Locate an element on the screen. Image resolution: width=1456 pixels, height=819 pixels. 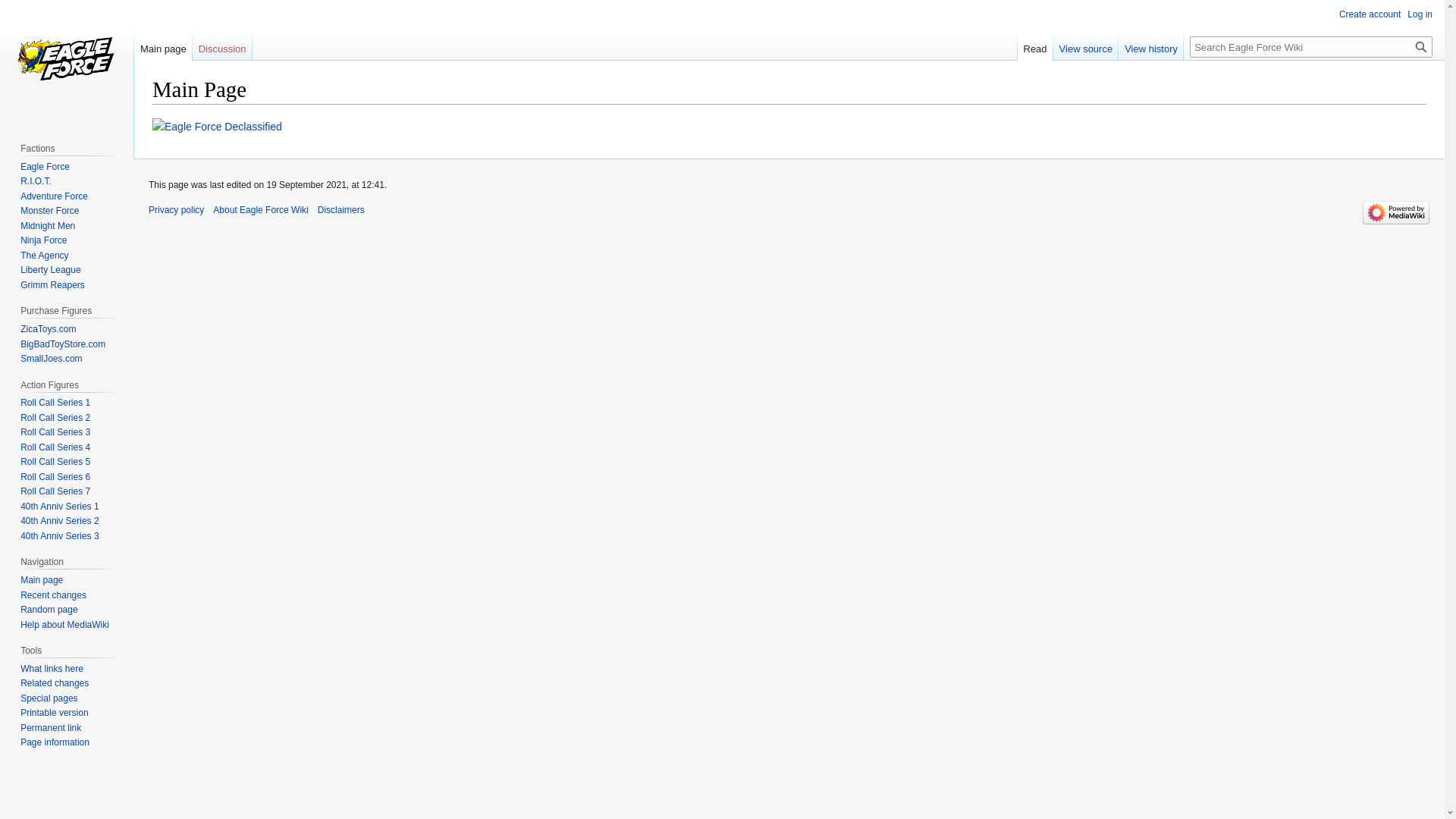
'Adventure Force' is located at coordinates (54, 195).